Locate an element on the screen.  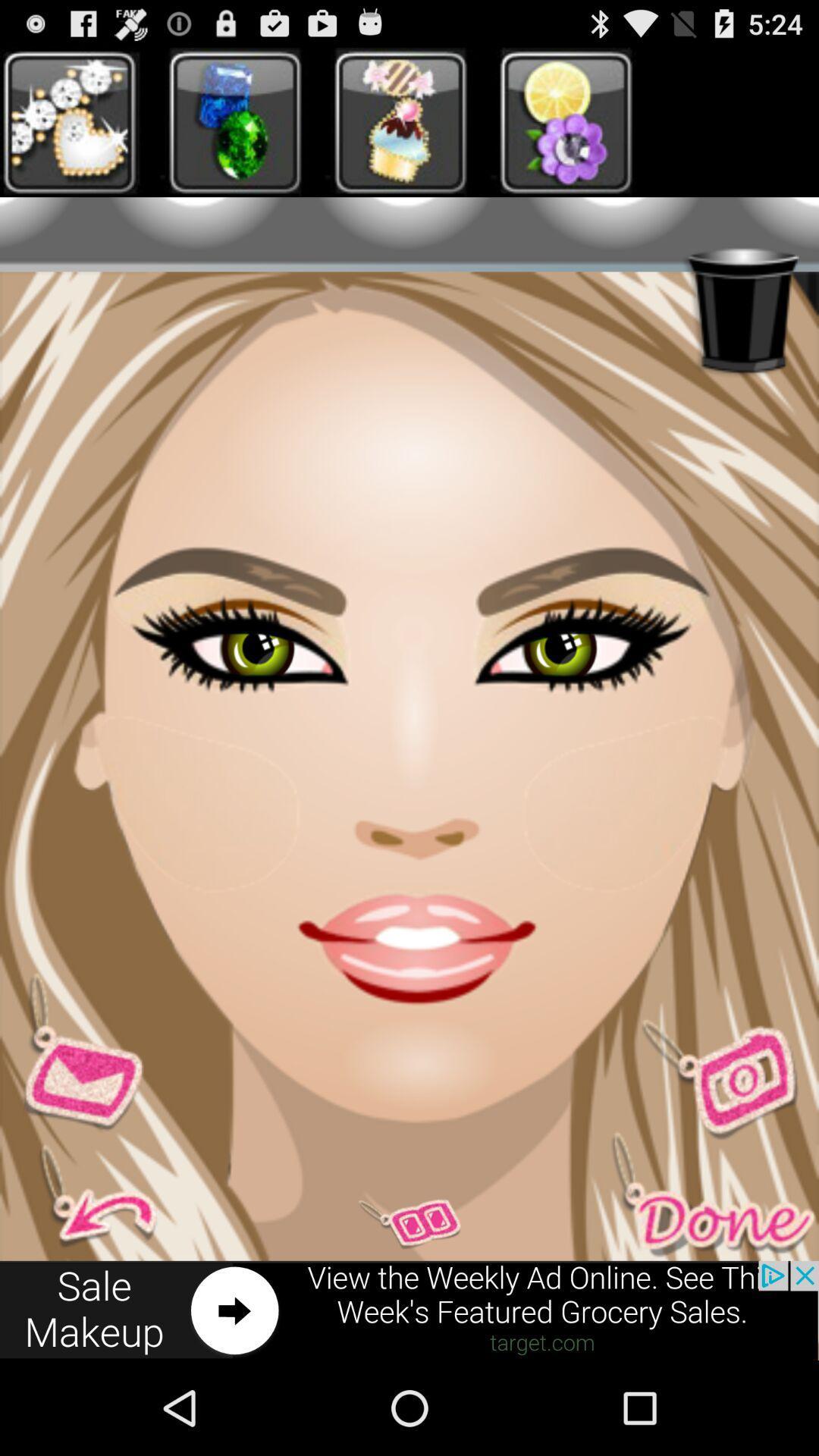
second image at top left corner is located at coordinates (247, 122).